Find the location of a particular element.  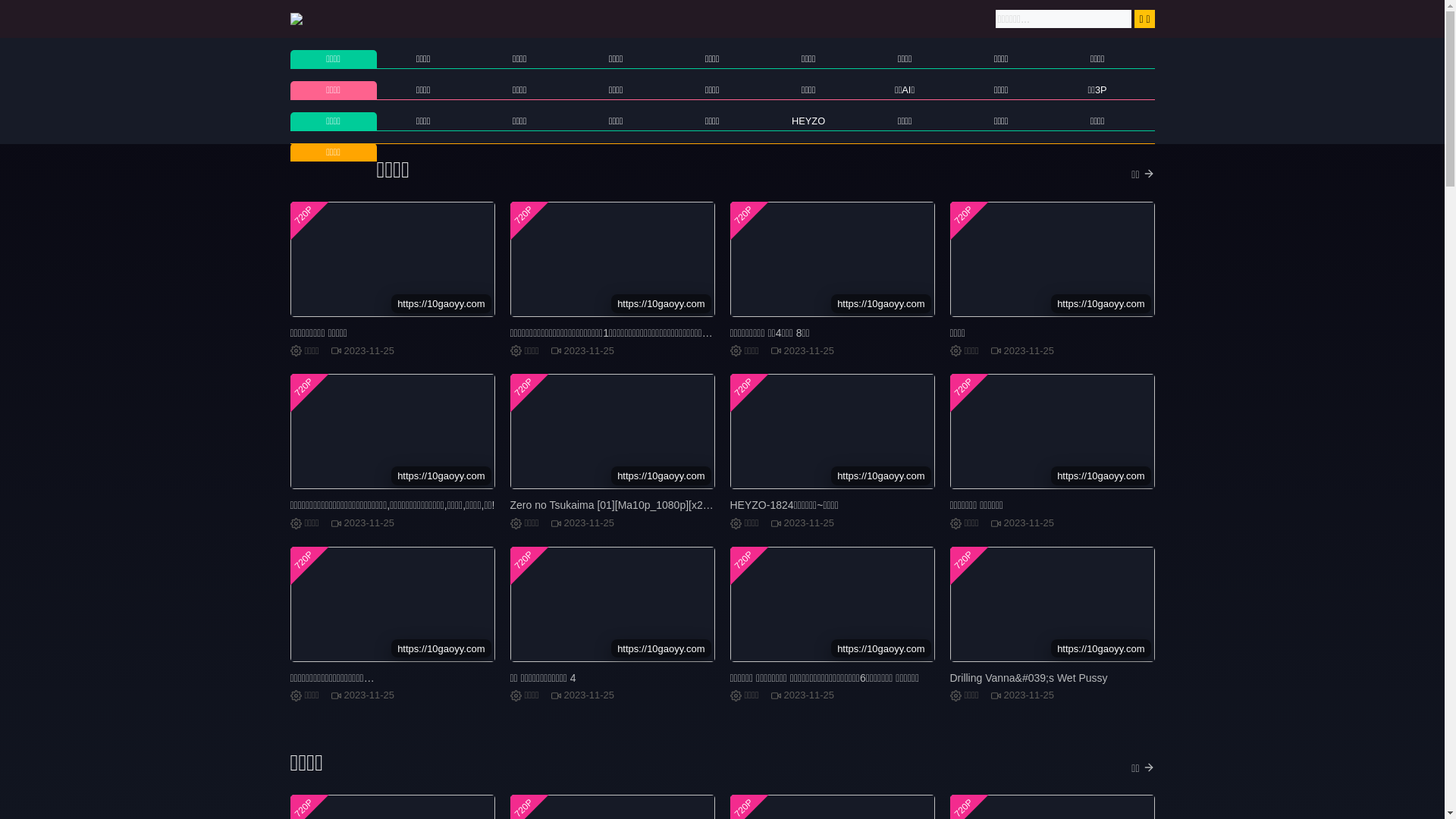

'Zero no Tsukaima [01][Ma10p_1080p][x265_flac]' is located at coordinates (624, 505).